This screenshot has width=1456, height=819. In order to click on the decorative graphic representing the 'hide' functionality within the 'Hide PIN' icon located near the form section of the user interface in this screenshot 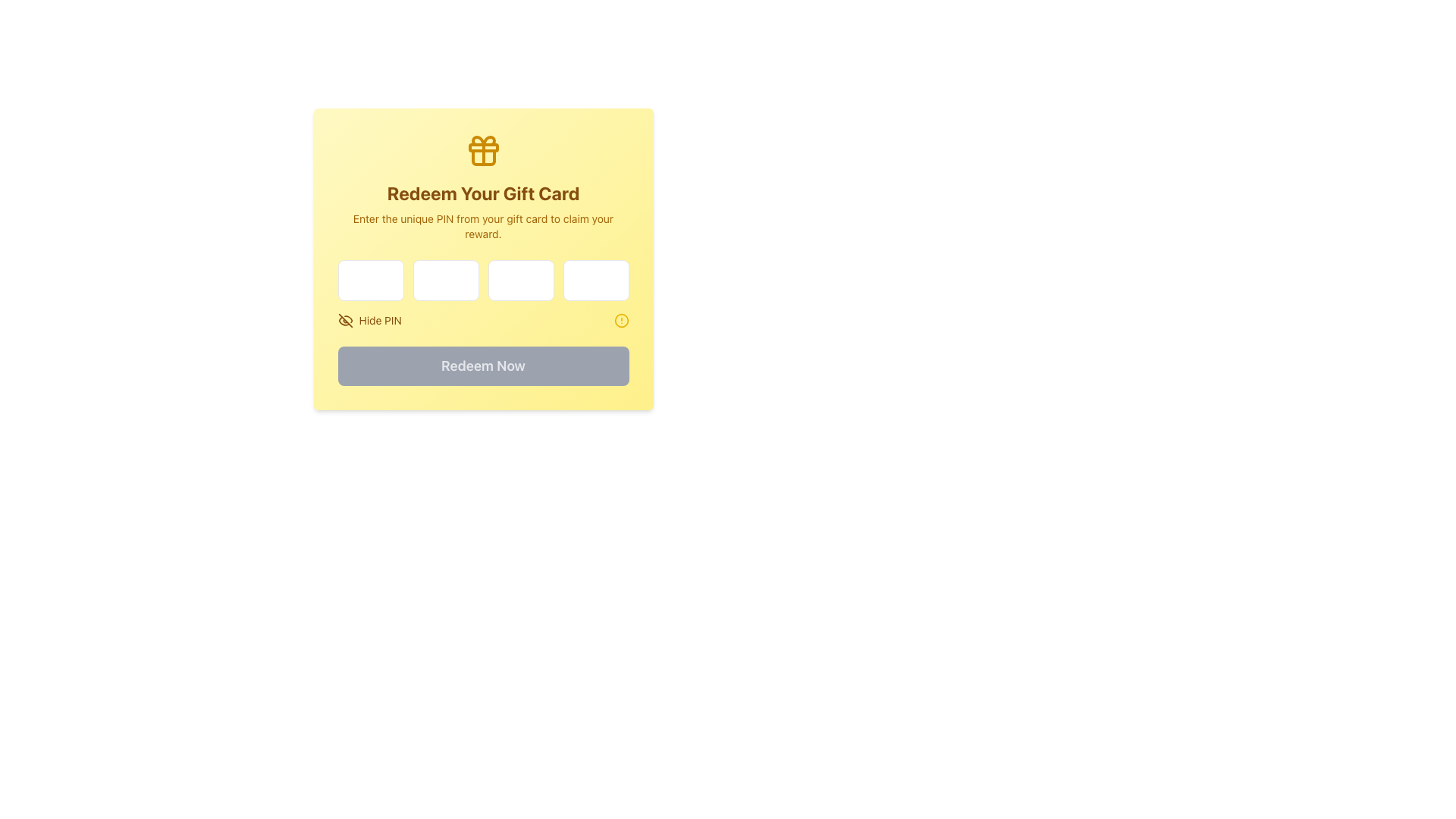, I will do `click(344, 320)`.